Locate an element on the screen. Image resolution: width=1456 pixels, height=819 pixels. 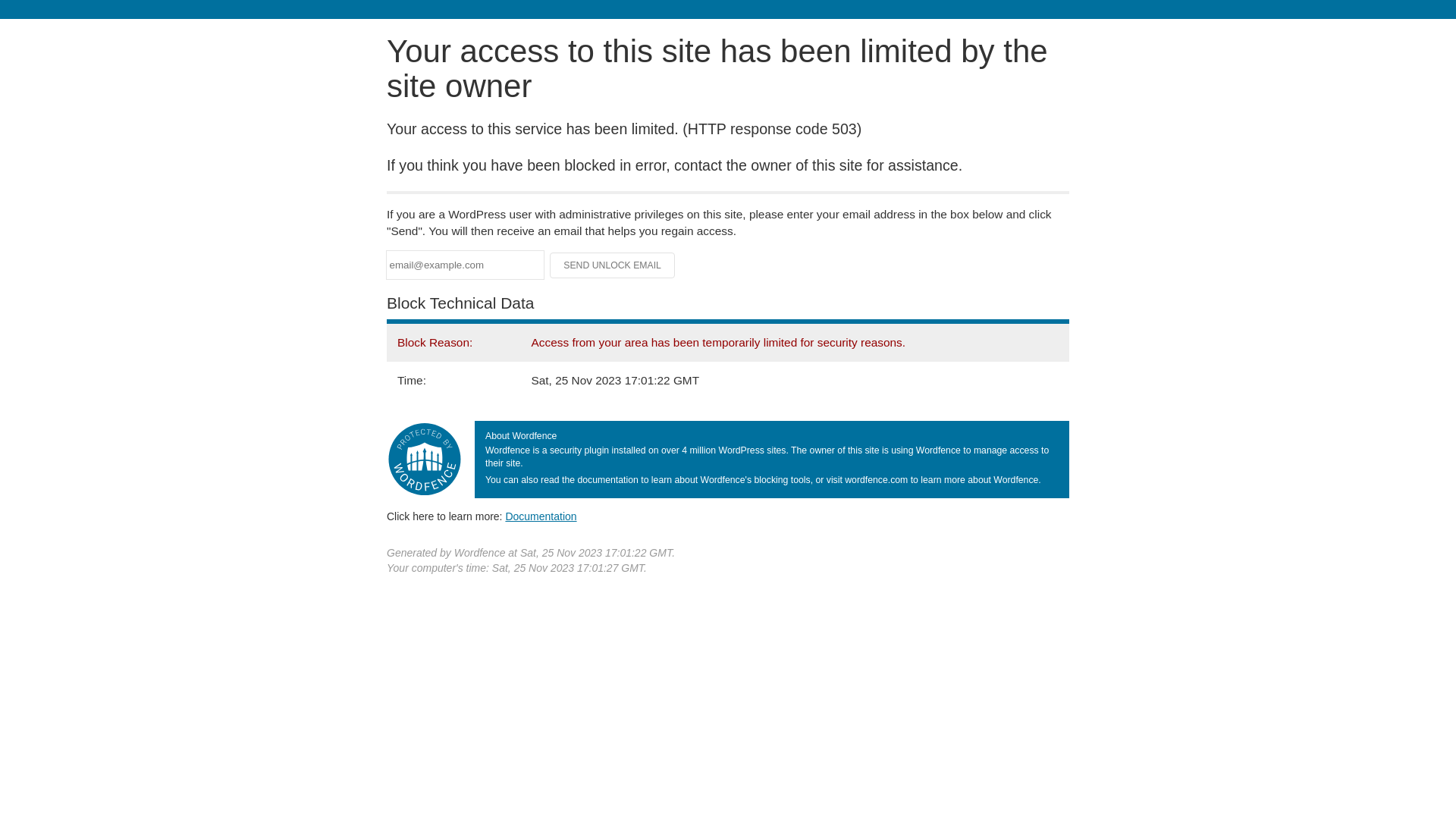
'Documentation' is located at coordinates (505, 516).